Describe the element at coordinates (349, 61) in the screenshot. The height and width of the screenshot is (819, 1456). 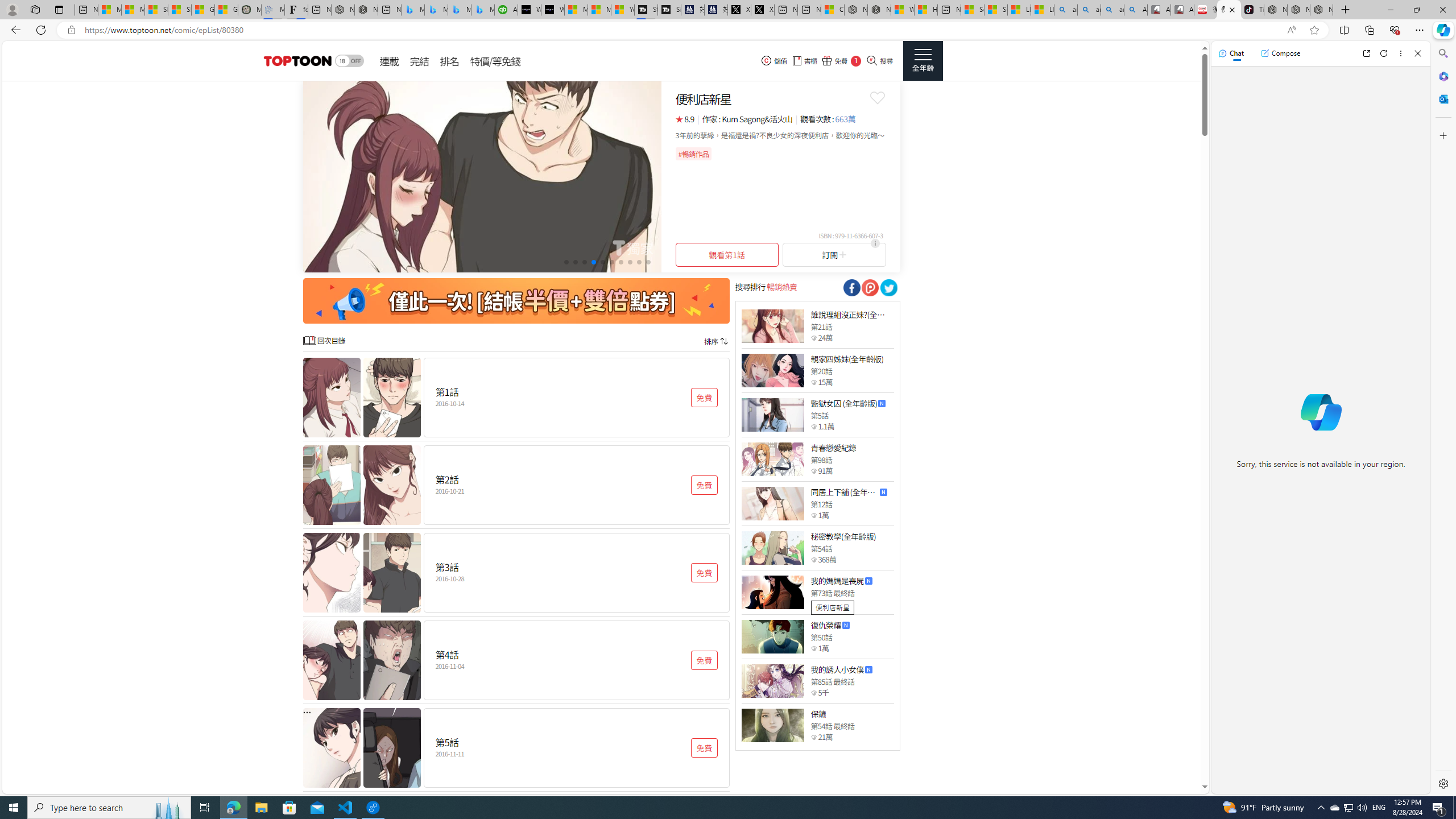
I see `'Class:  switch_18mode actionAdultBtn'` at that location.